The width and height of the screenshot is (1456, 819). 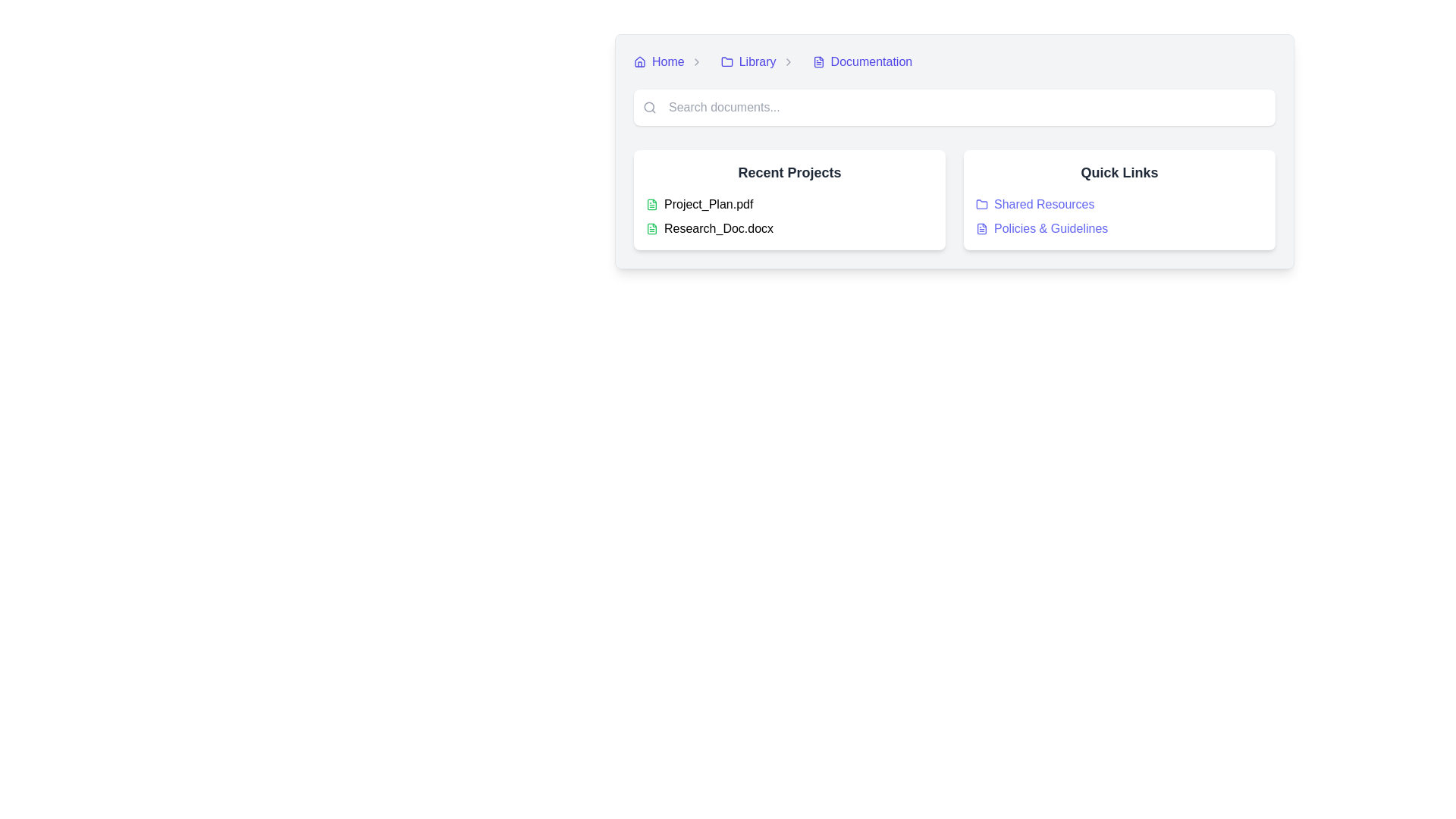 I want to click on the folder icon representing 'Shared Resources' located in the 'Quick Links' section on the right side of the central panel, so click(x=982, y=205).